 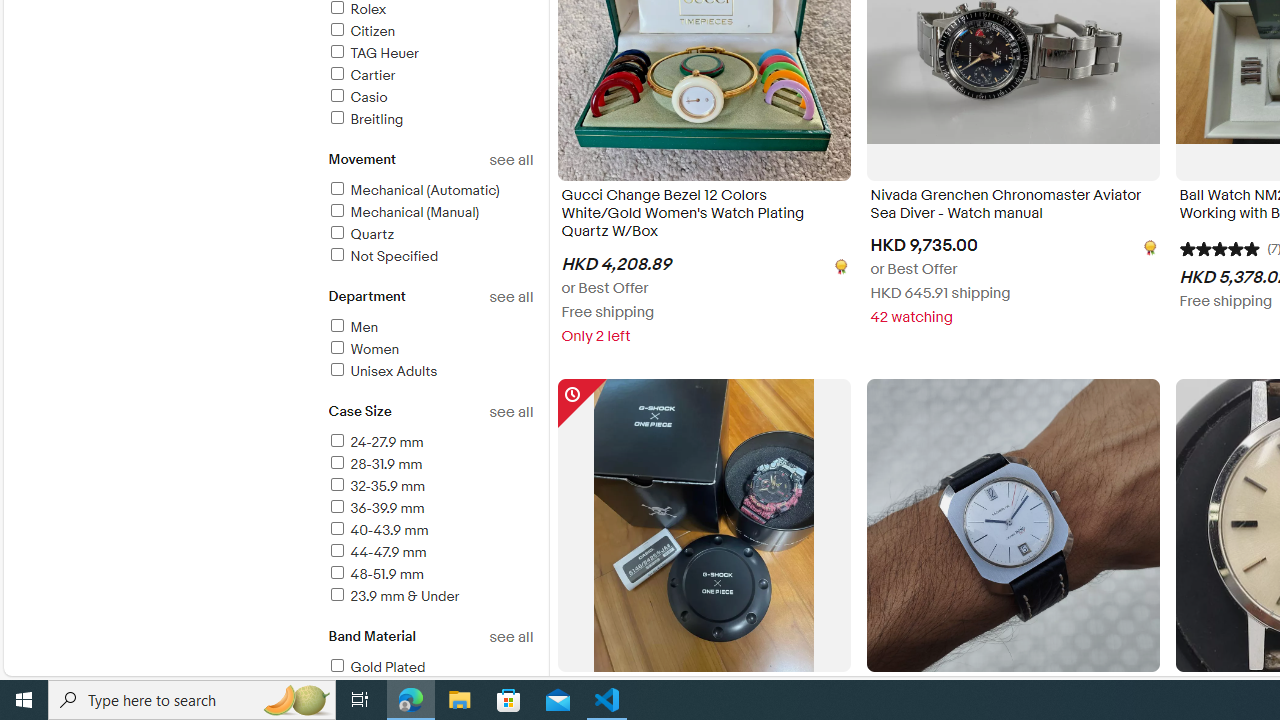 I want to click on 'See all band material refinements', so click(x=511, y=637).